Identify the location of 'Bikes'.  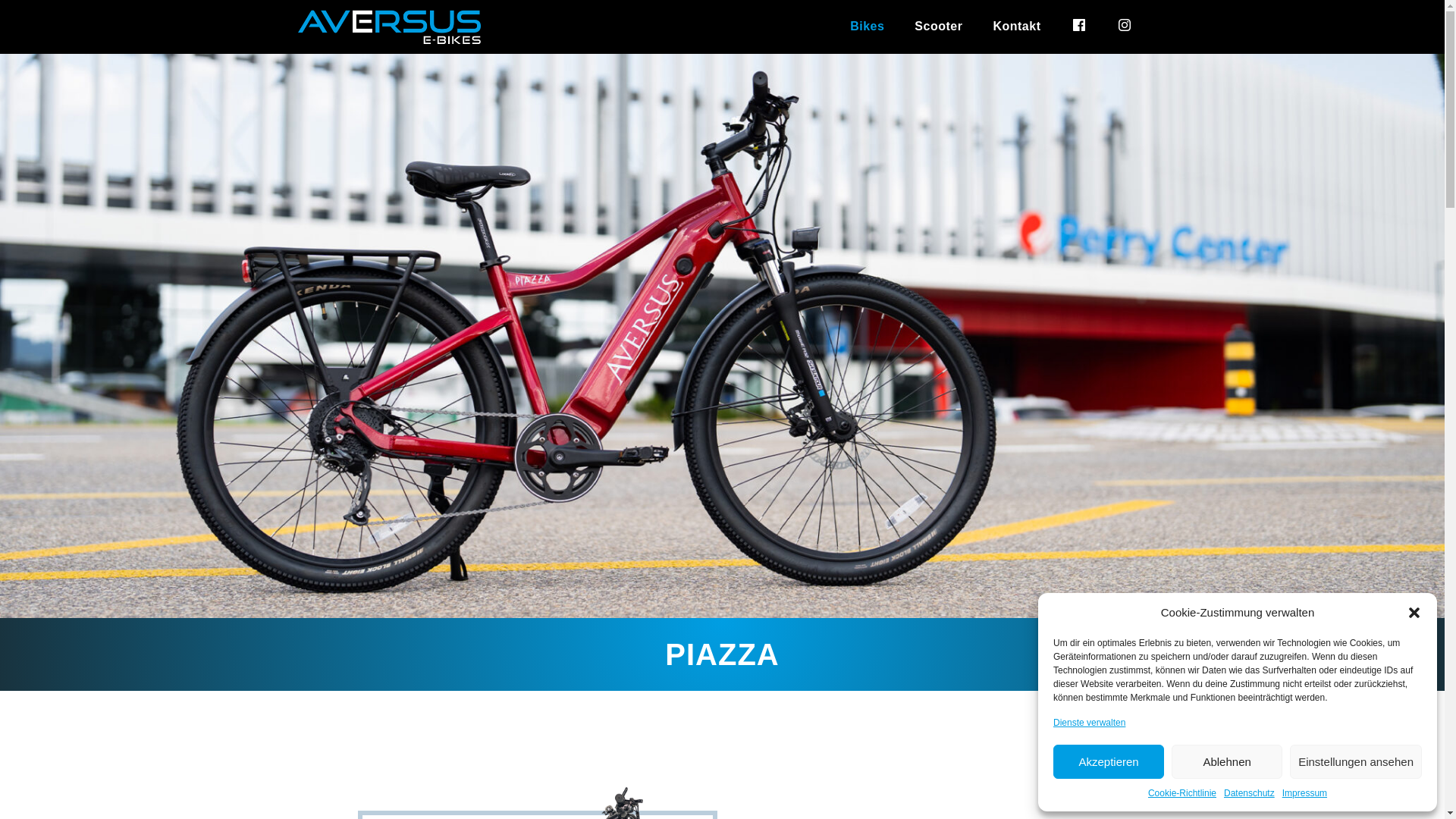
(867, 26).